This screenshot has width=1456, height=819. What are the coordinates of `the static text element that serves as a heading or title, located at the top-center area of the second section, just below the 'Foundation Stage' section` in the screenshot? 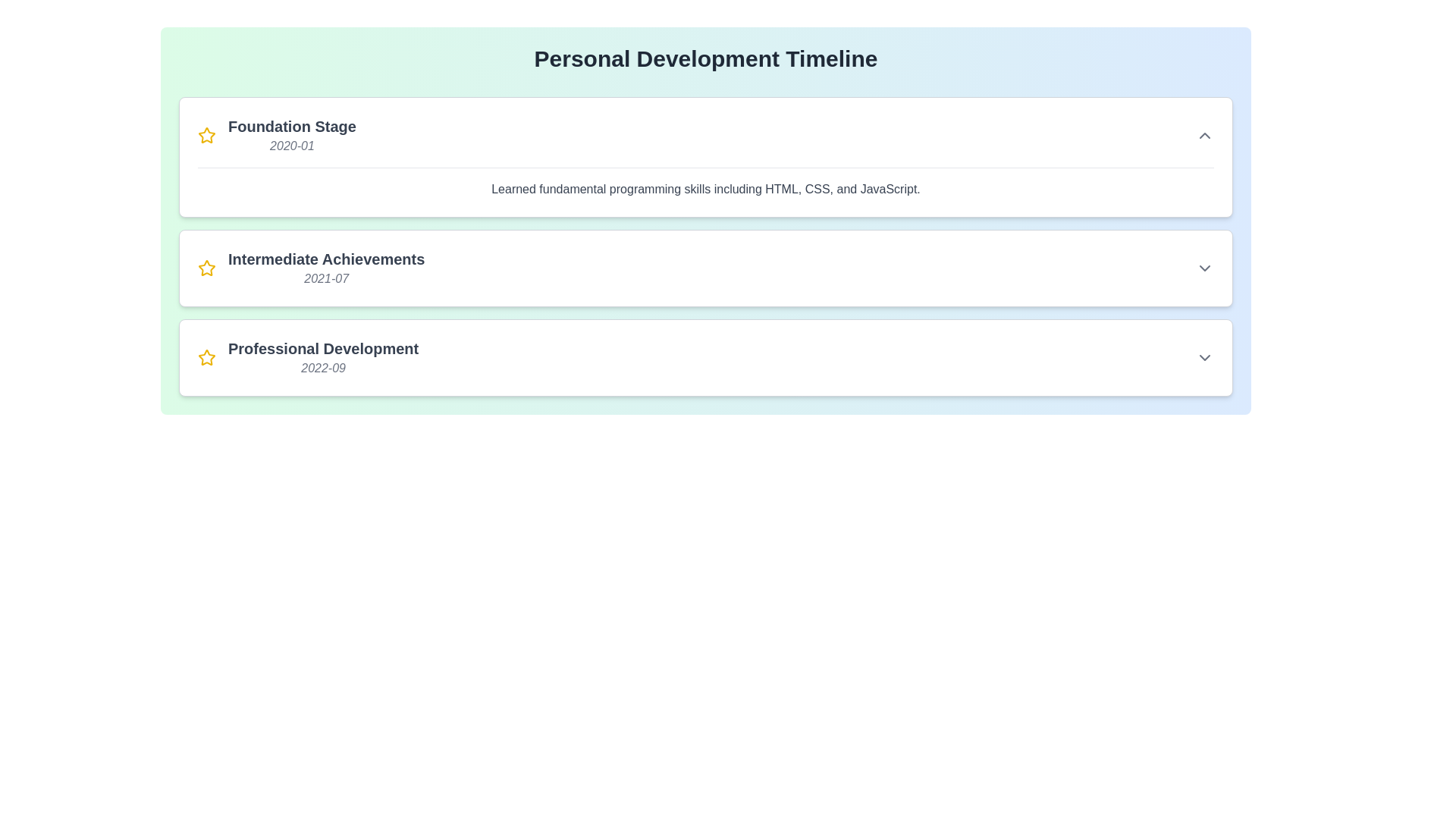 It's located at (325, 259).